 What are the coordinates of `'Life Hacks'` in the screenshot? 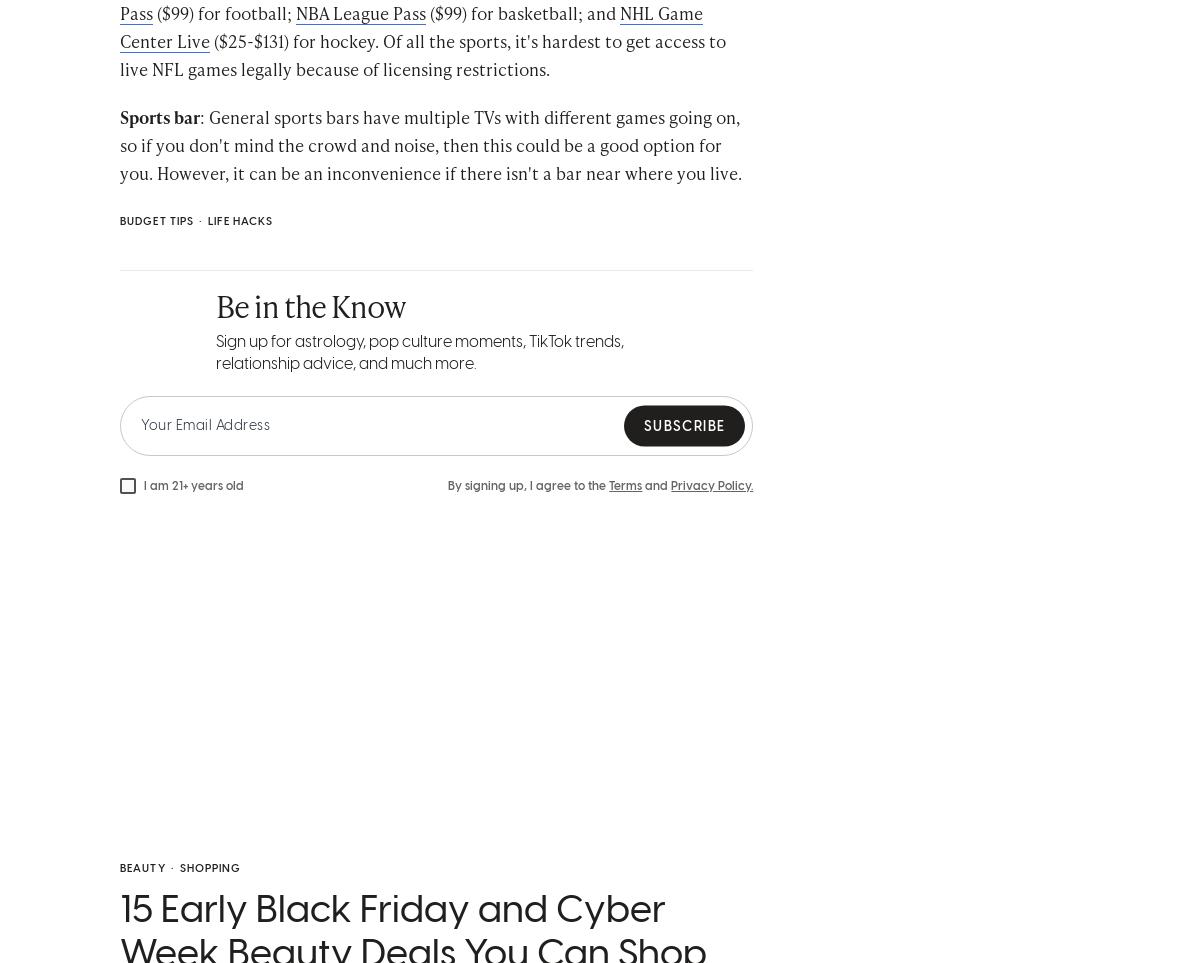 It's located at (239, 248).